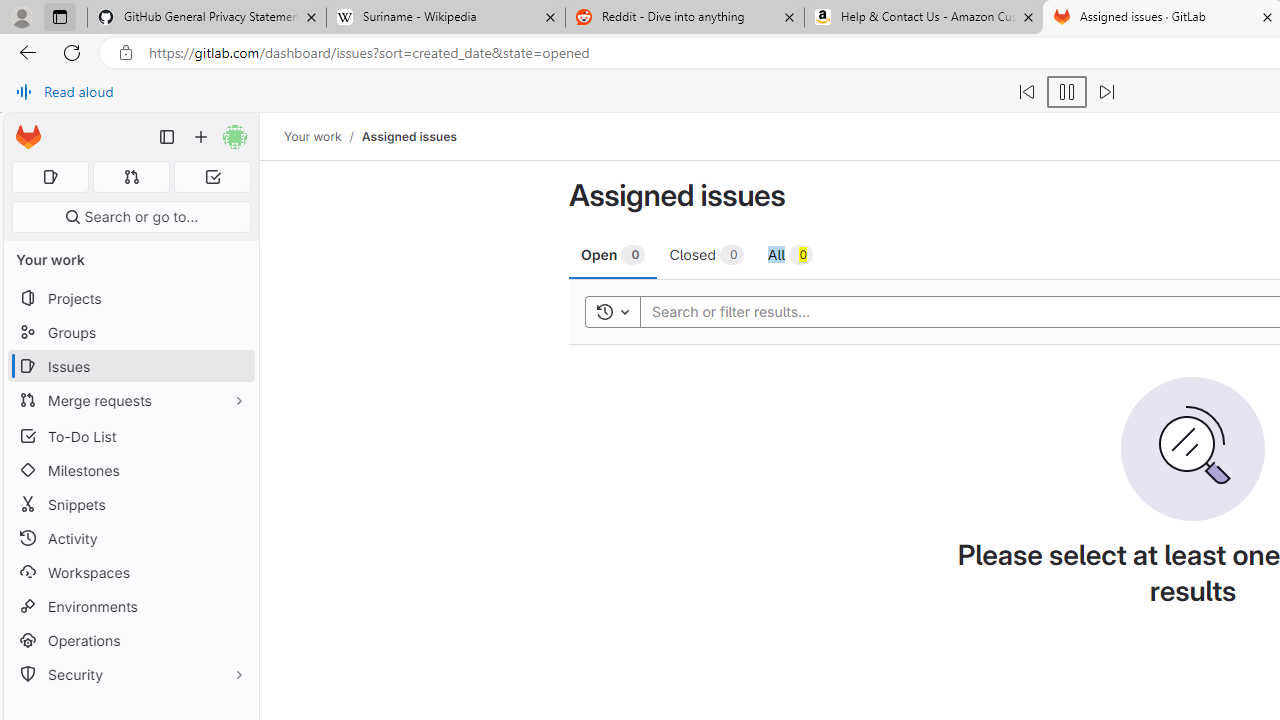 This screenshot has height=720, width=1280. Describe the element at coordinates (130, 674) in the screenshot. I see `'Security'` at that location.